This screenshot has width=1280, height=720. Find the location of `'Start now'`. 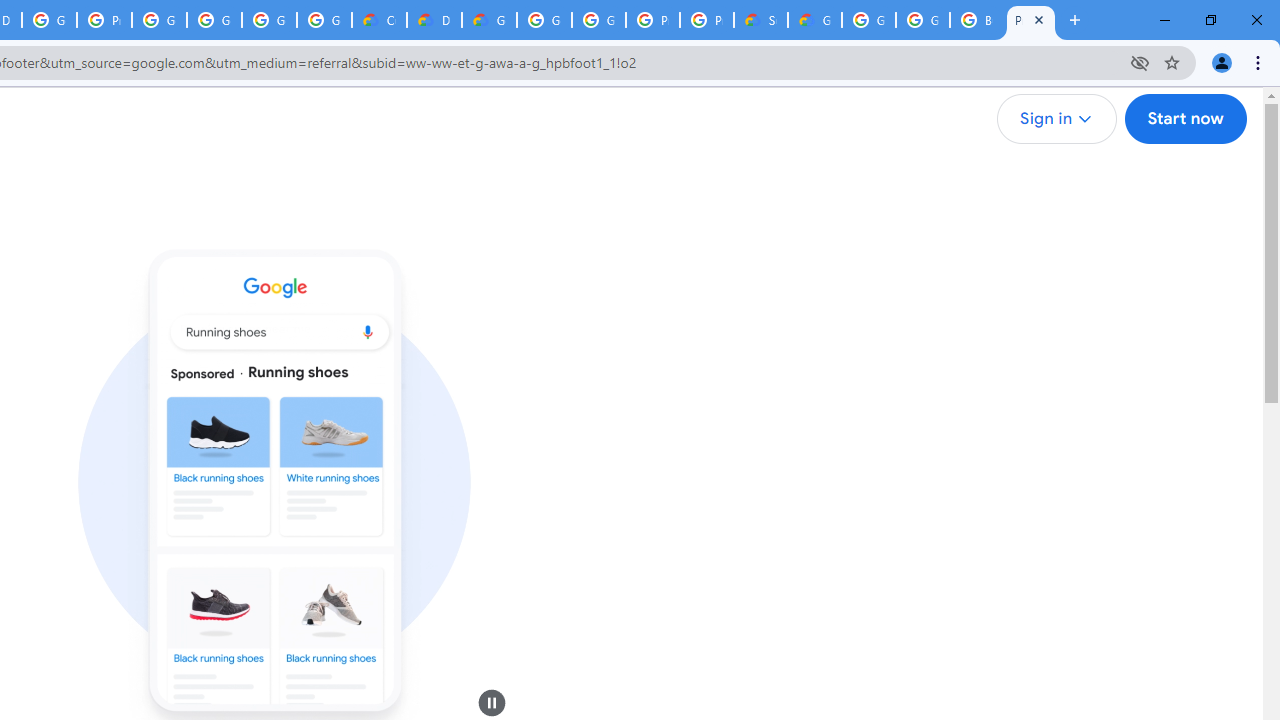

'Start now' is located at coordinates (1185, 119).